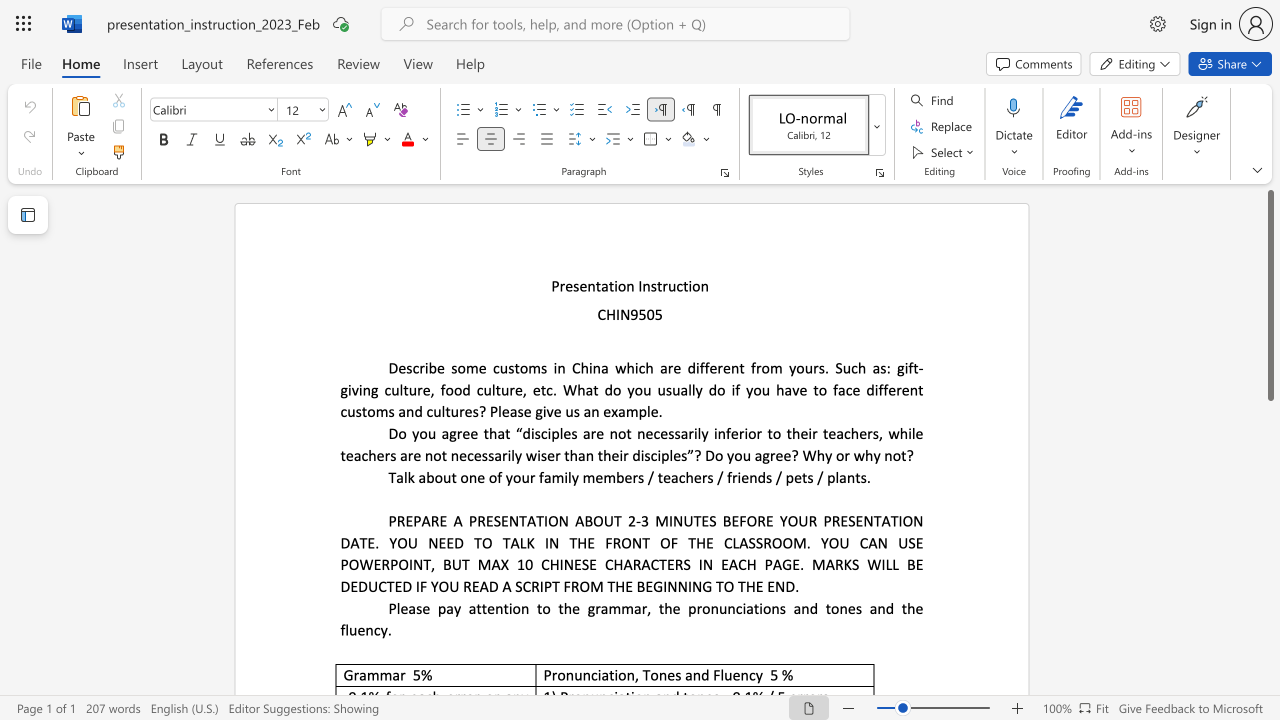  Describe the element at coordinates (1269, 598) in the screenshot. I see `the vertical scrollbar to lower the page content` at that location.